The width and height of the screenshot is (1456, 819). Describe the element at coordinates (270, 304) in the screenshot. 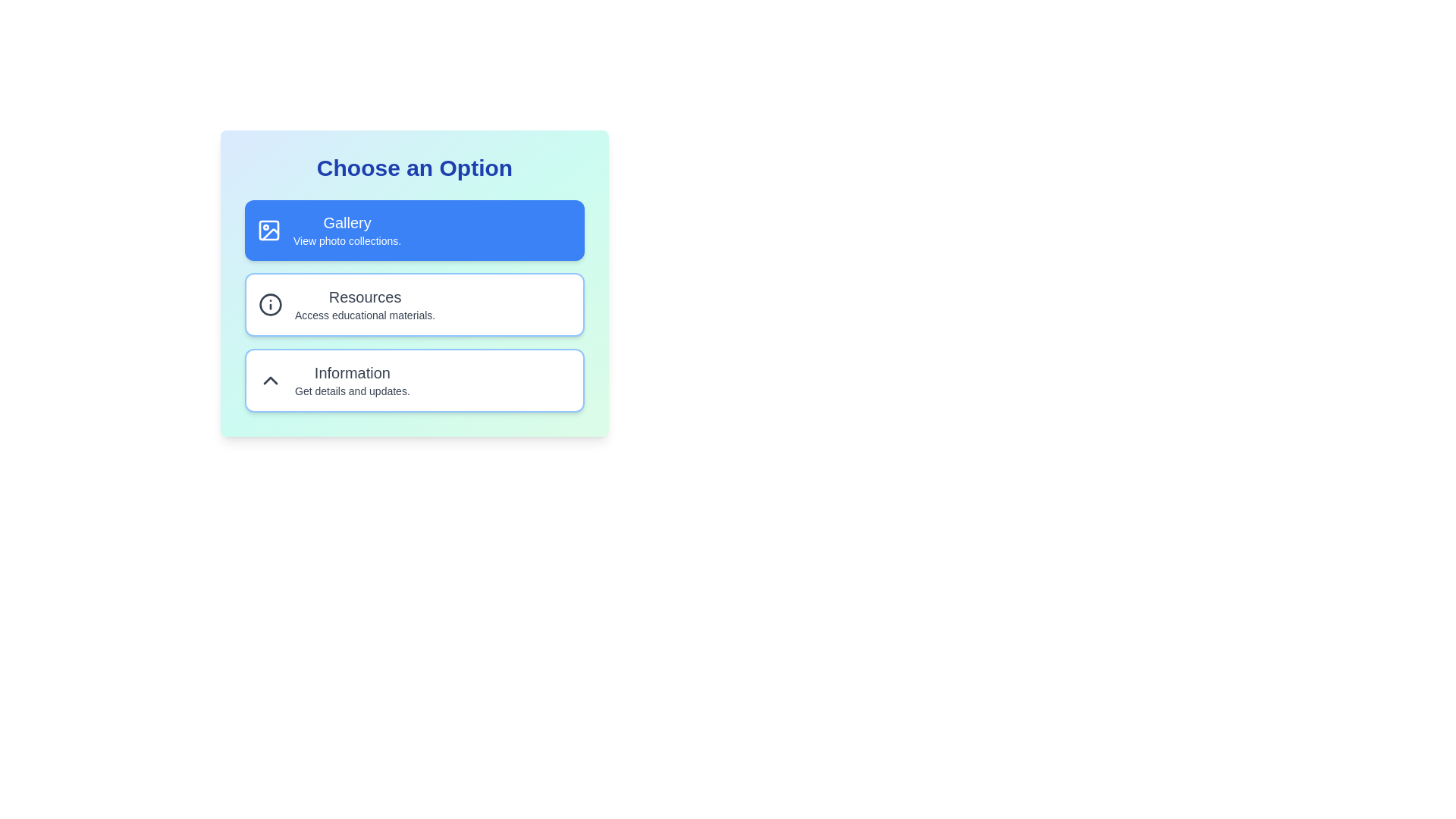

I see `circular outline graphic icon indicating information or help located at the bottom left section of the interface card` at that location.